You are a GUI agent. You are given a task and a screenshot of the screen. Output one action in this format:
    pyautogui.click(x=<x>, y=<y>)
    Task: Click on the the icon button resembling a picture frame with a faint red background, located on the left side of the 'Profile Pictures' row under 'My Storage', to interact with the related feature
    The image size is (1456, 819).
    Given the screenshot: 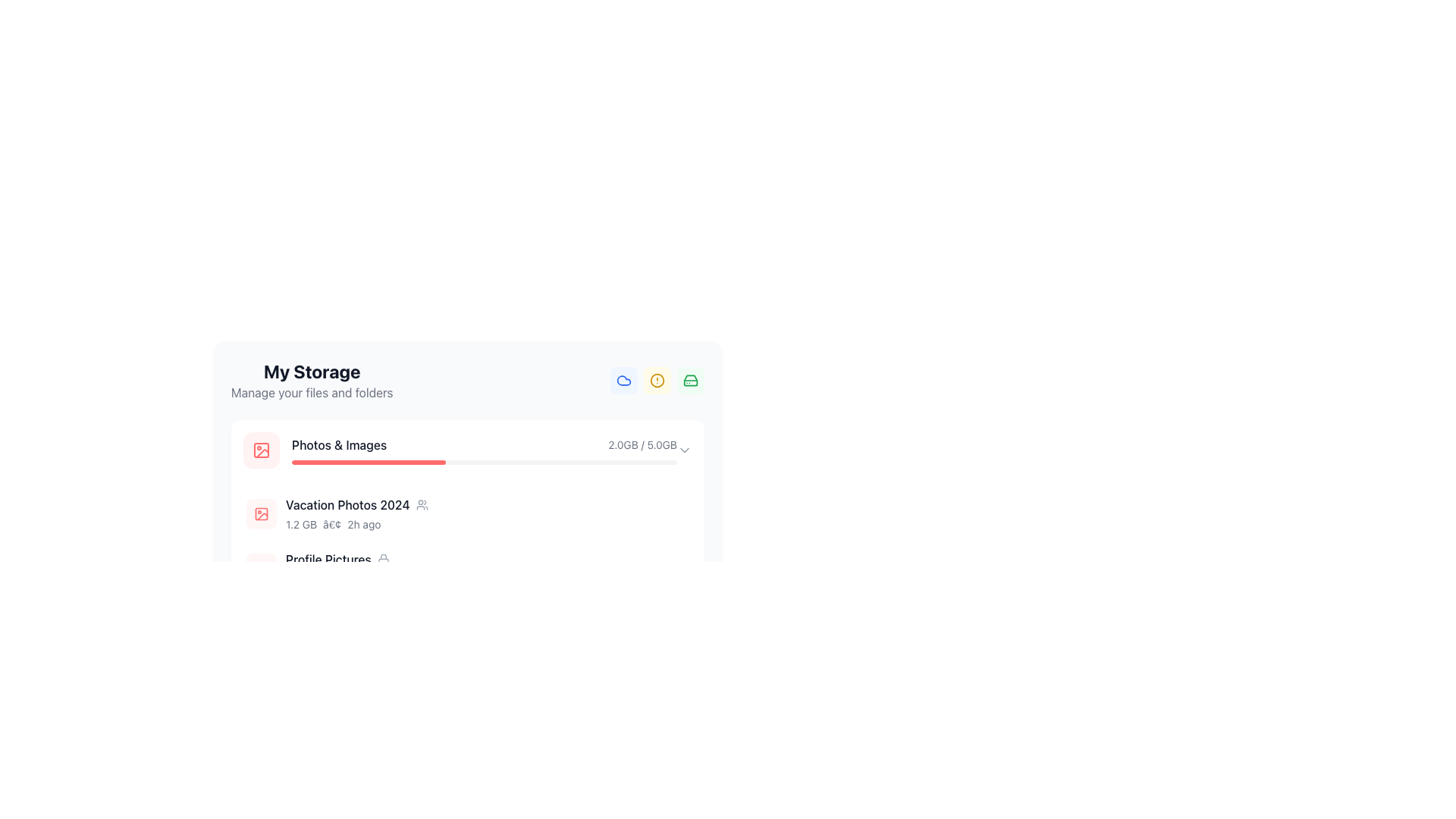 What is the action you would take?
    pyautogui.click(x=262, y=568)
    